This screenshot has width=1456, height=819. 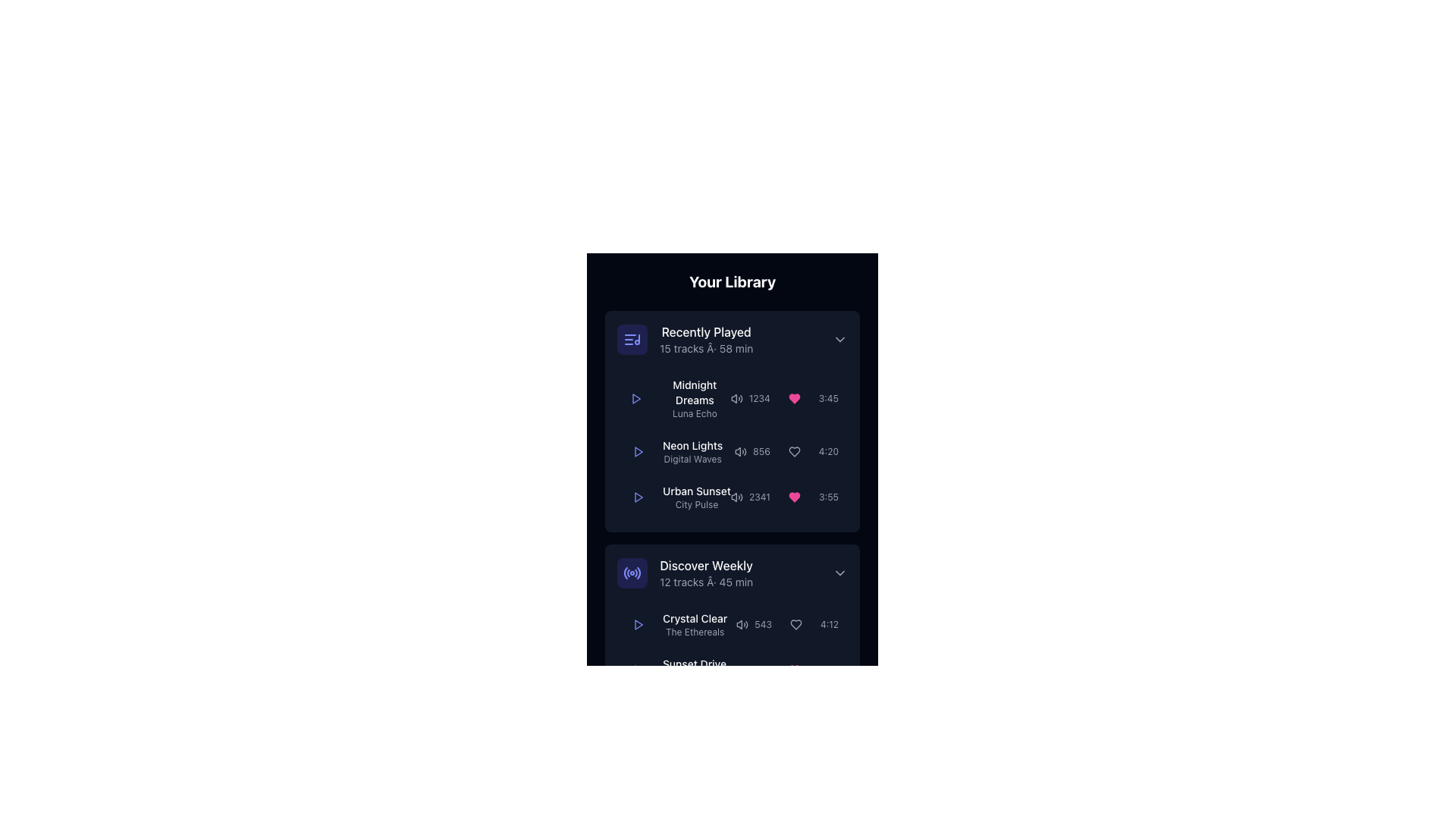 What do you see at coordinates (639, 497) in the screenshot?
I see `the play button icon in the 'Recently Played' section` at bounding box center [639, 497].